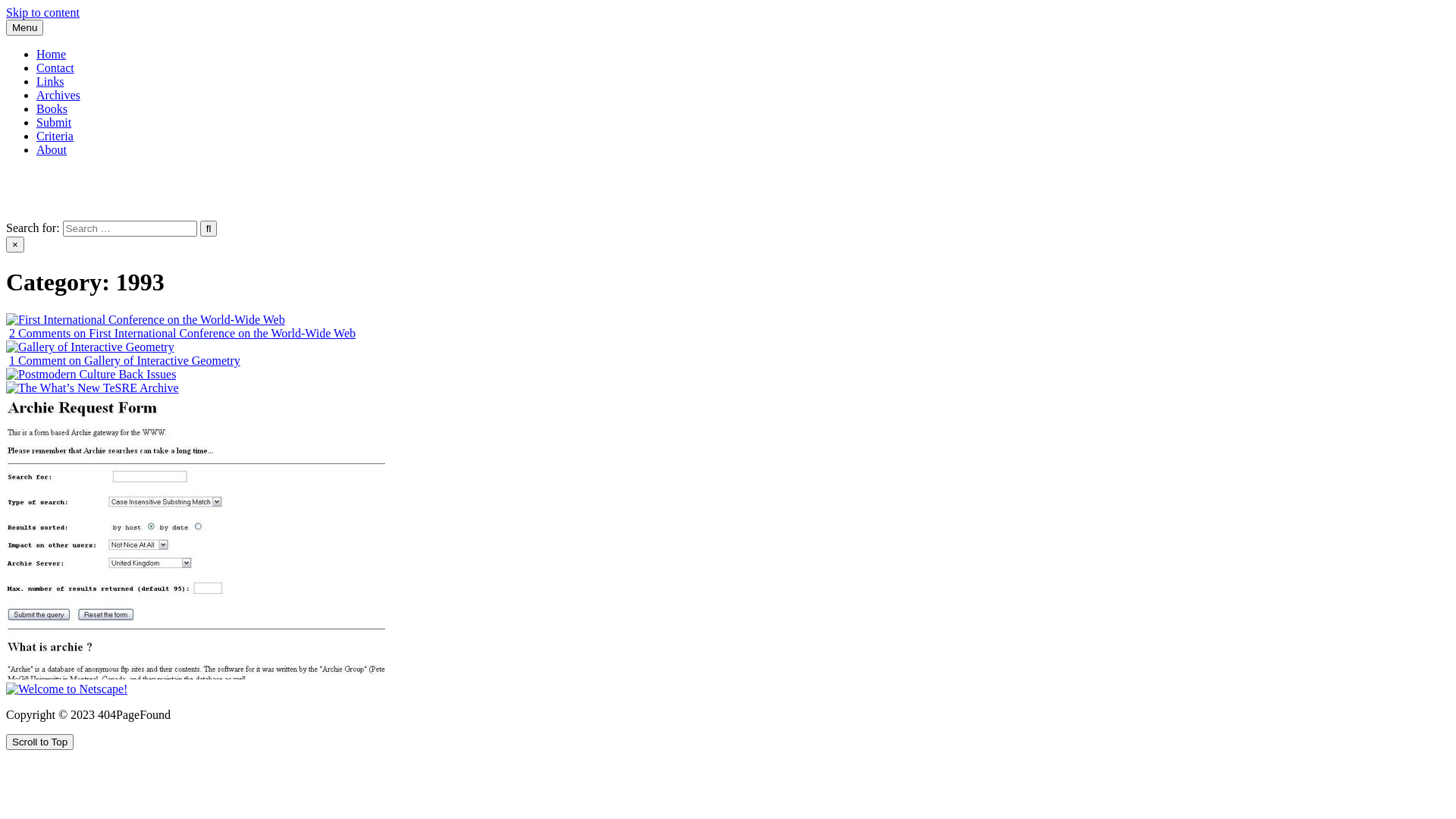 Image resolution: width=1456 pixels, height=819 pixels. I want to click on 'First International Conference on the World-Wide Web', so click(146, 318).